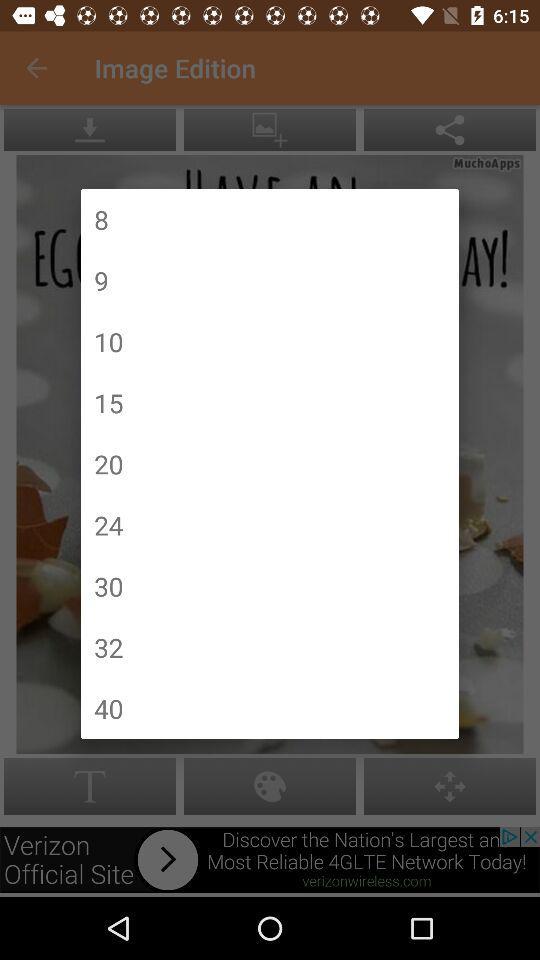 Image resolution: width=540 pixels, height=960 pixels. What do you see at coordinates (108, 401) in the screenshot?
I see `the icon below the 10 icon` at bounding box center [108, 401].